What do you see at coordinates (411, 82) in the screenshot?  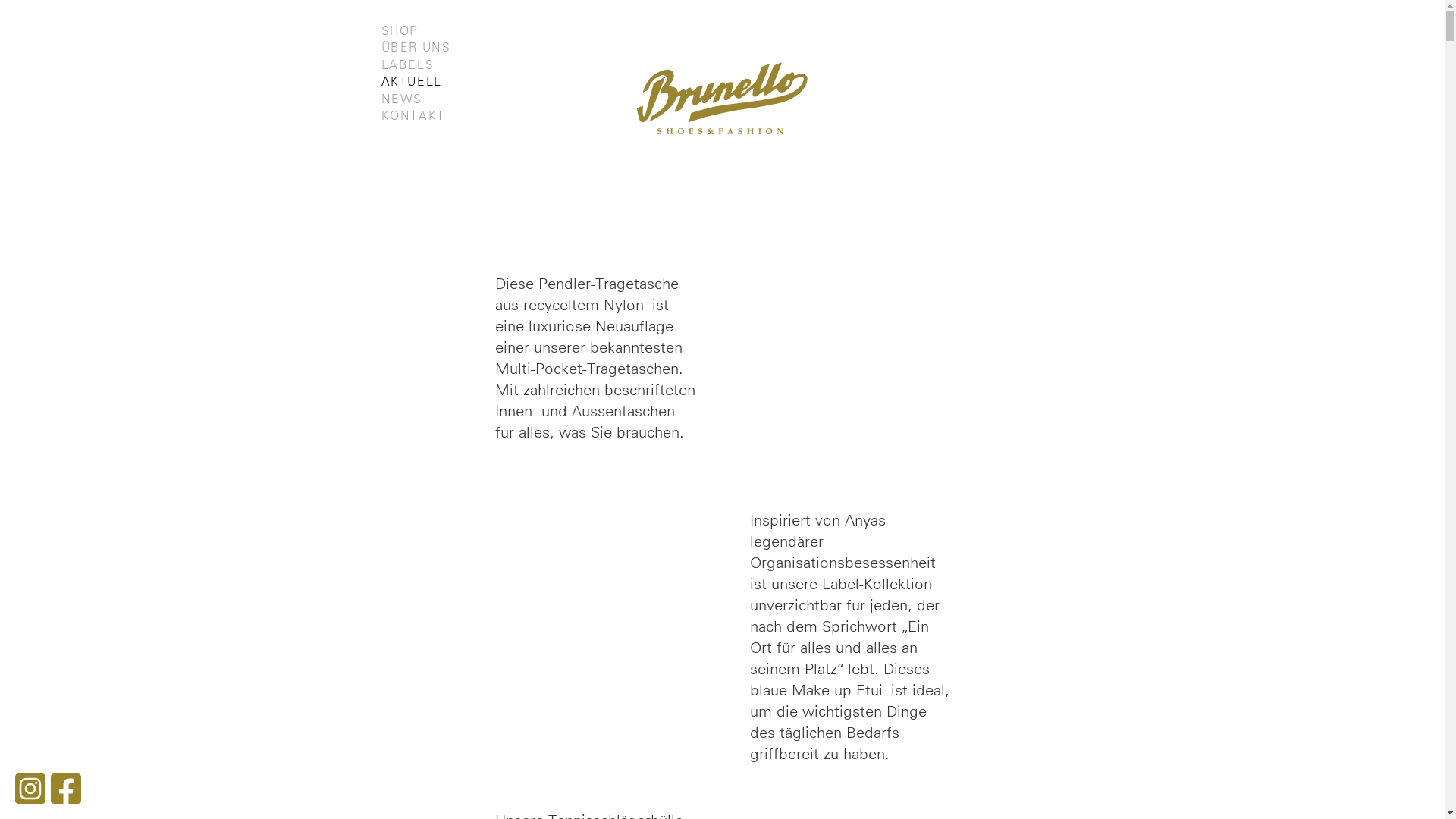 I see `'AKTUELL'` at bounding box center [411, 82].